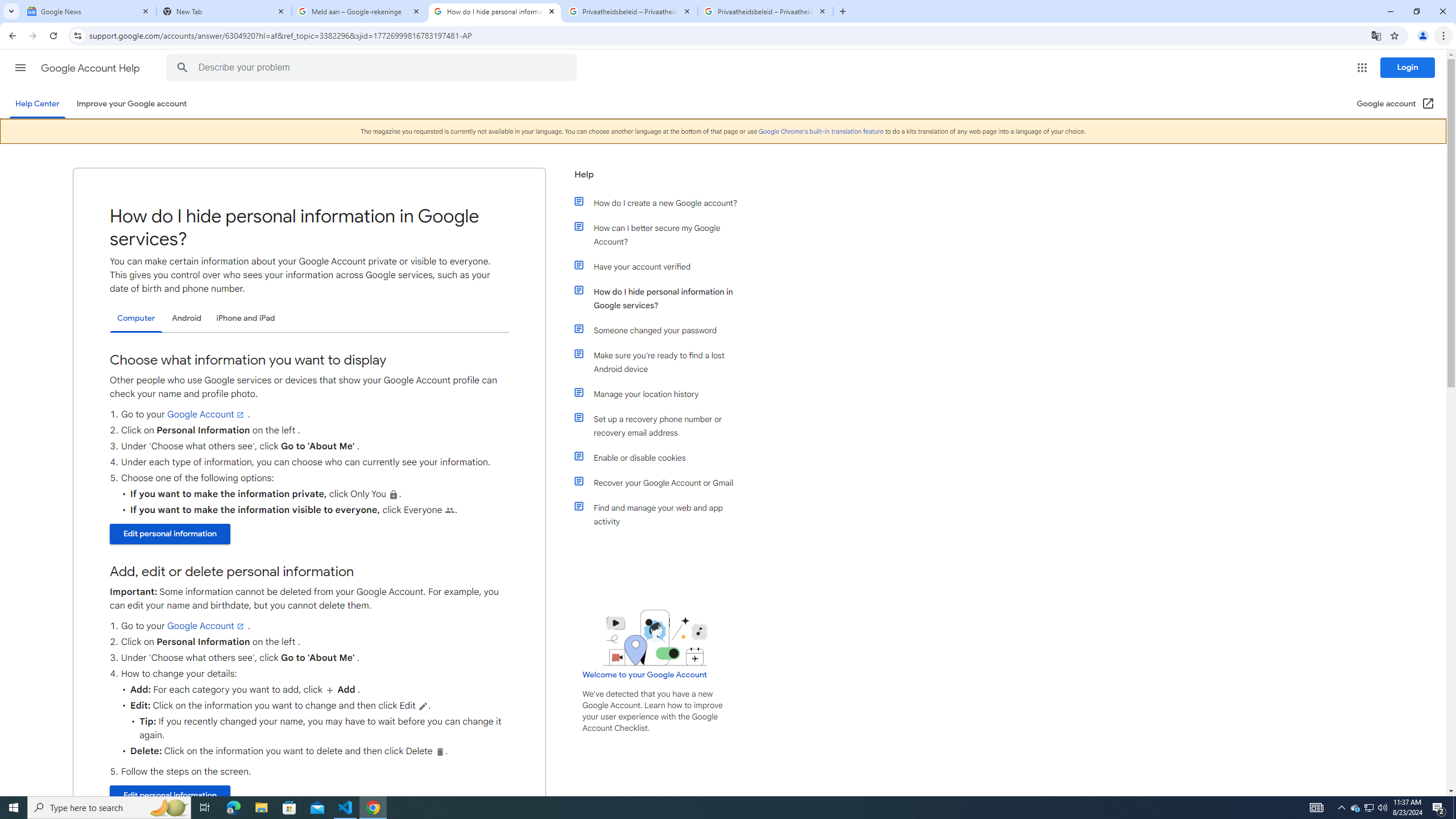  Describe the element at coordinates (1376, 35) in the screenshot. I see `'Translate this page'` at that location.